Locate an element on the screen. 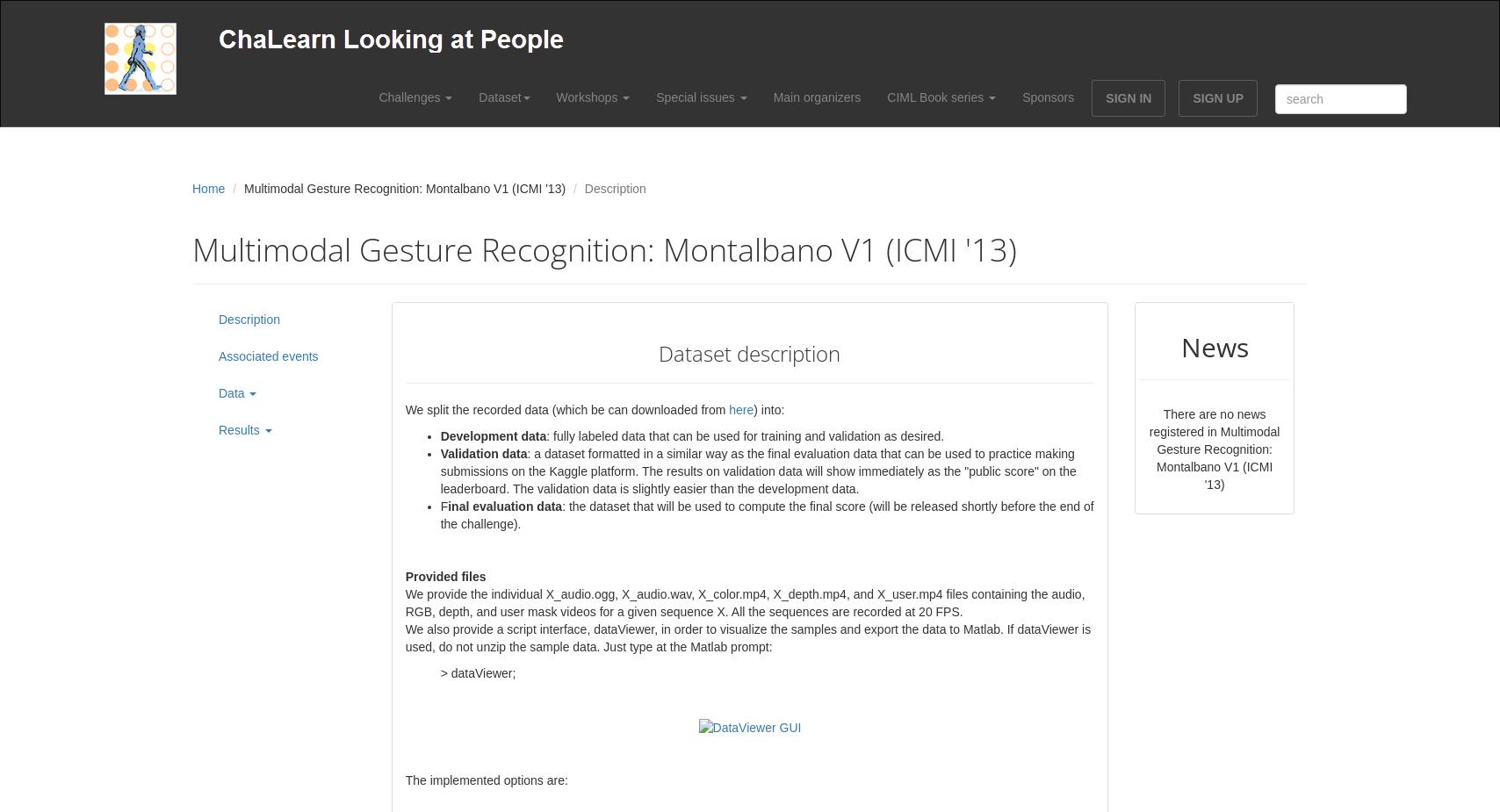 Image resolution: width=1500 pixels, height=812 pixels. 'Associated events' is located at coordinates (219, 355).